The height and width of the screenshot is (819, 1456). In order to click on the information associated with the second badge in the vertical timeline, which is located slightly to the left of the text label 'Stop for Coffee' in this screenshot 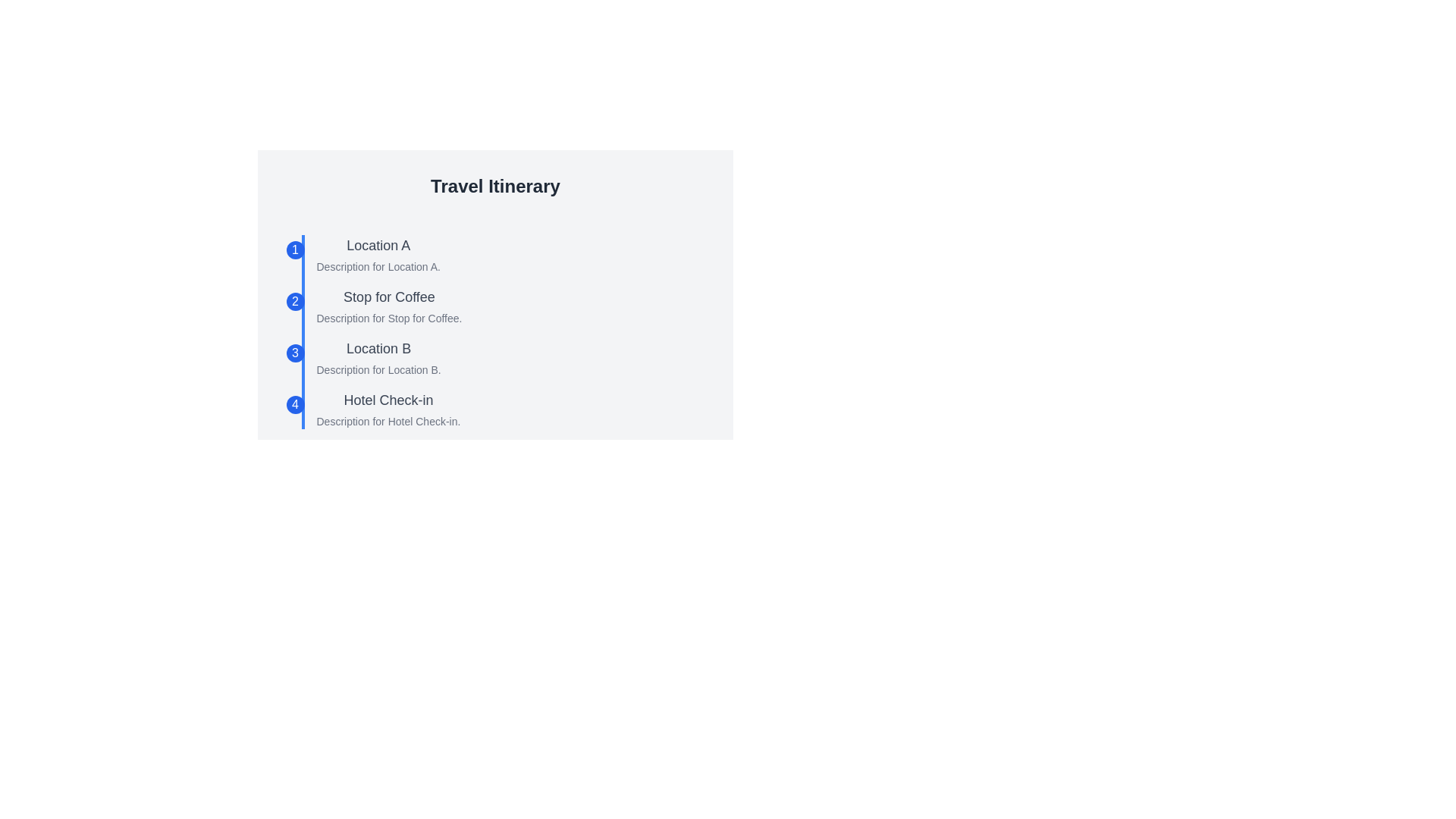, I will do `click(295, 301)`.